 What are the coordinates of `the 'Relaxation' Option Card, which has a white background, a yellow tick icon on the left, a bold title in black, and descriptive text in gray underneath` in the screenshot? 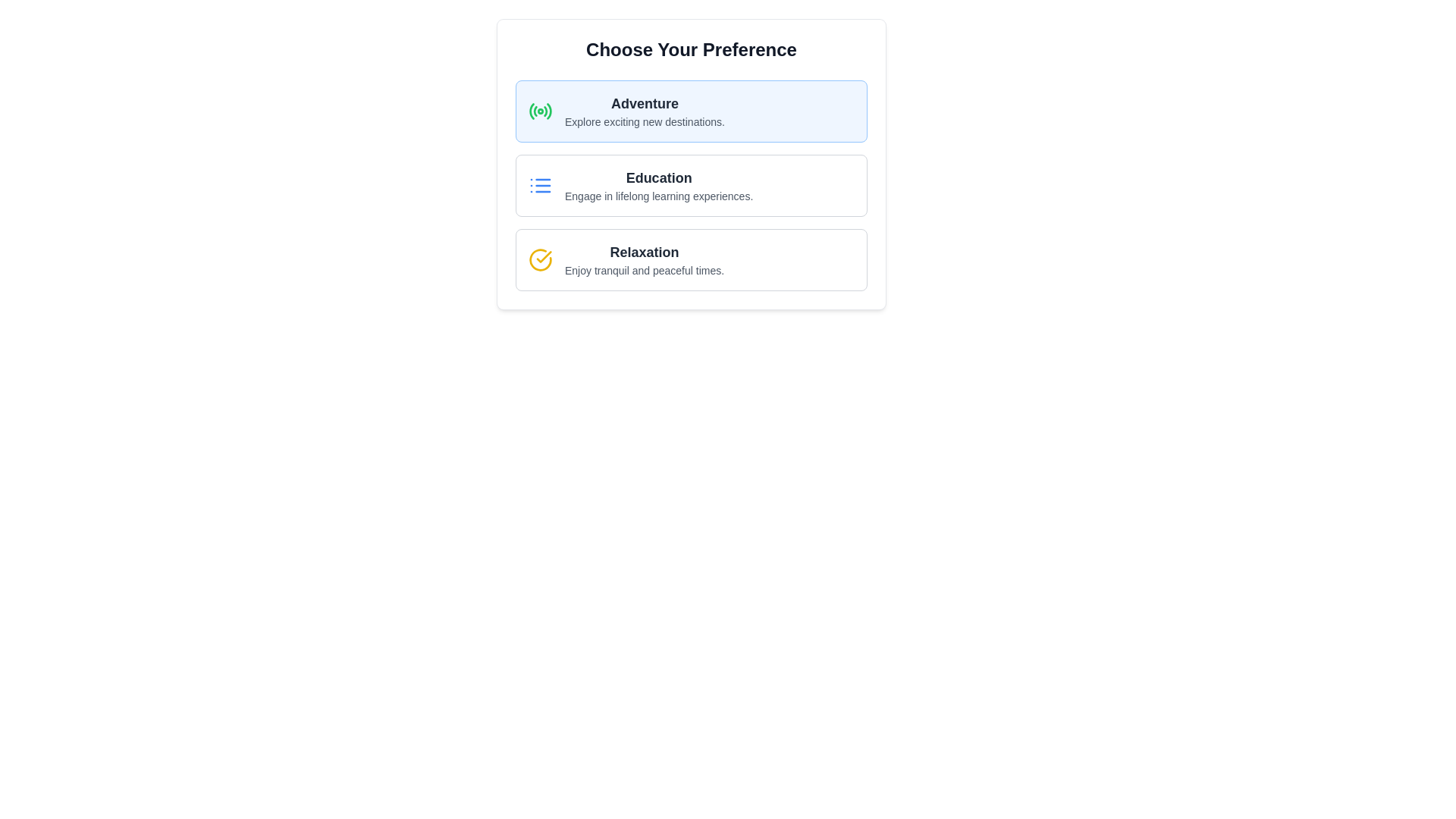 It's located at (691, 259).